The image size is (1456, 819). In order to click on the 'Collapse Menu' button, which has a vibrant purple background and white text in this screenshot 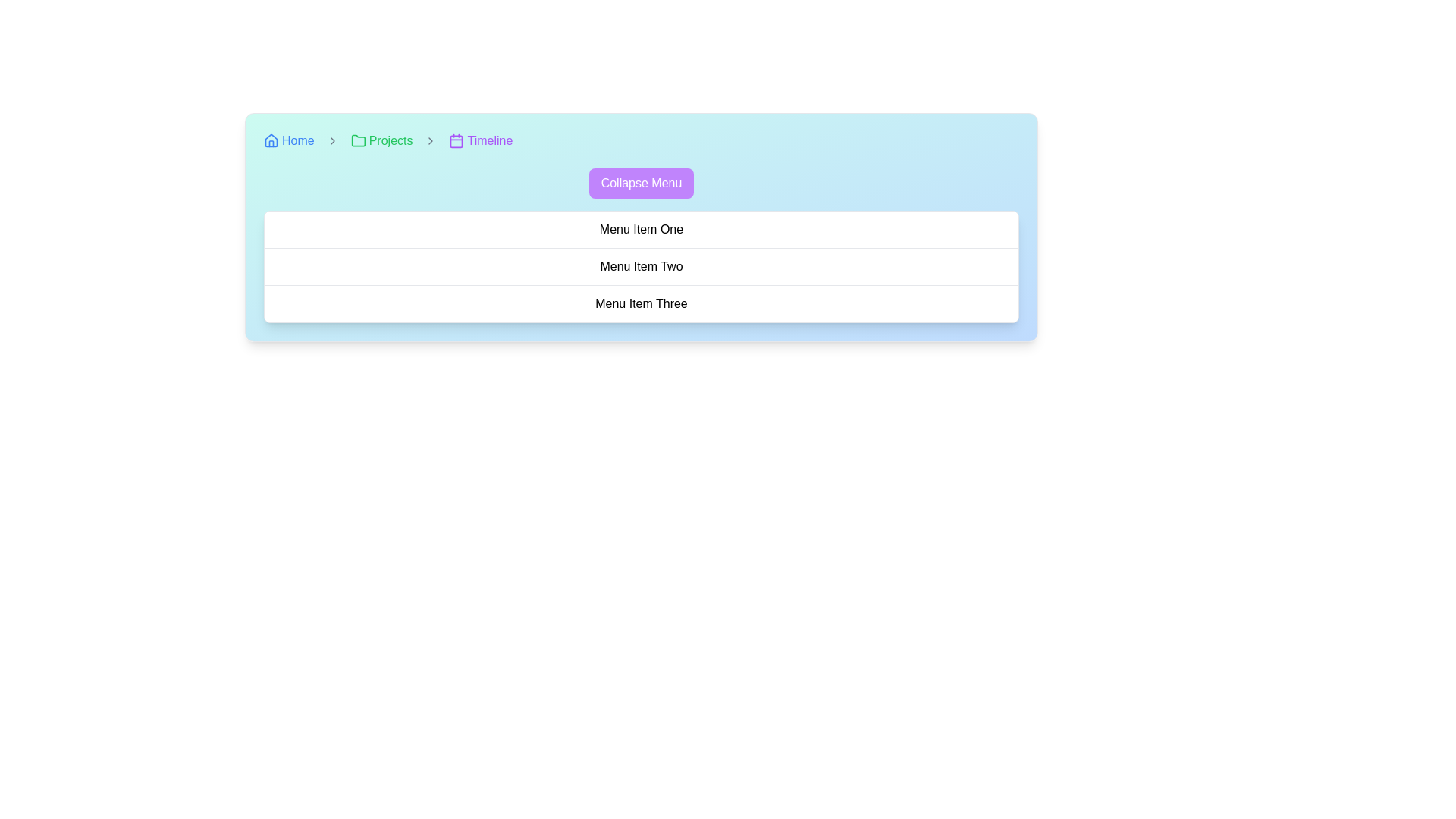, I will do `click(641, 183)`.